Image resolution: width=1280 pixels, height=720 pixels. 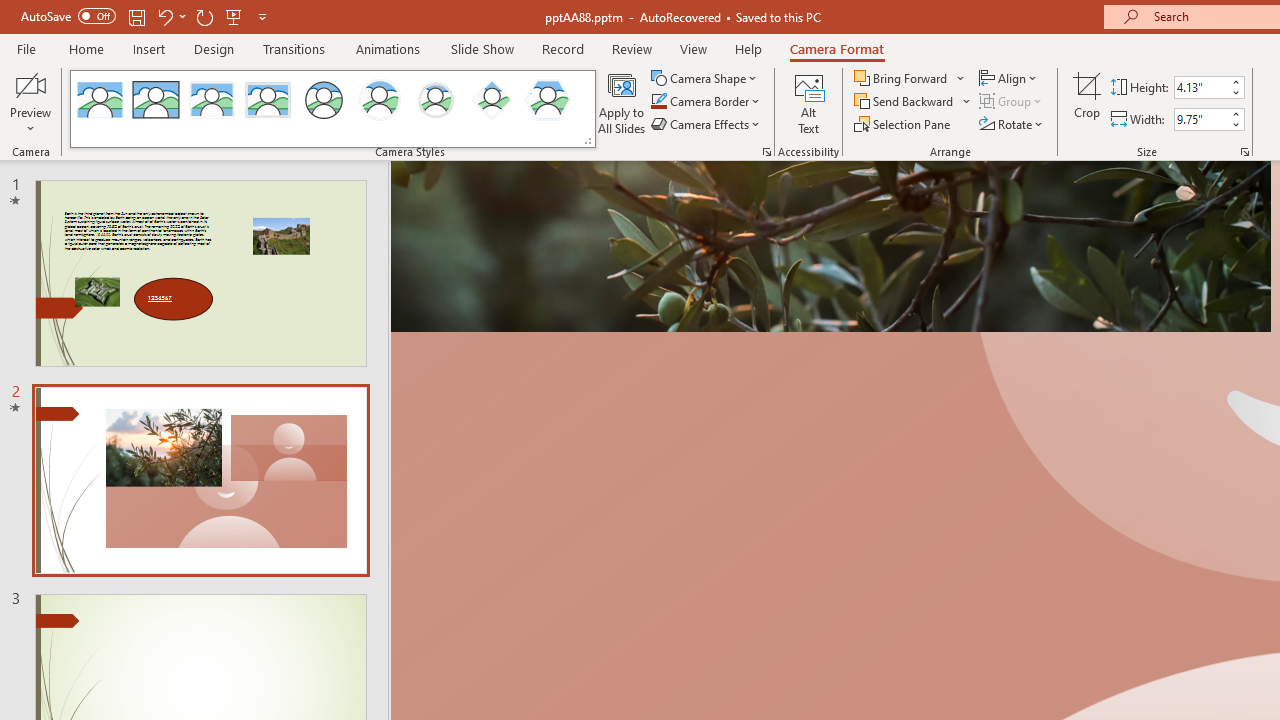 What do you see at coordinates (912, 101) in the screenshot?
I see `'Send Backward'` at bounding box center [912, 101].